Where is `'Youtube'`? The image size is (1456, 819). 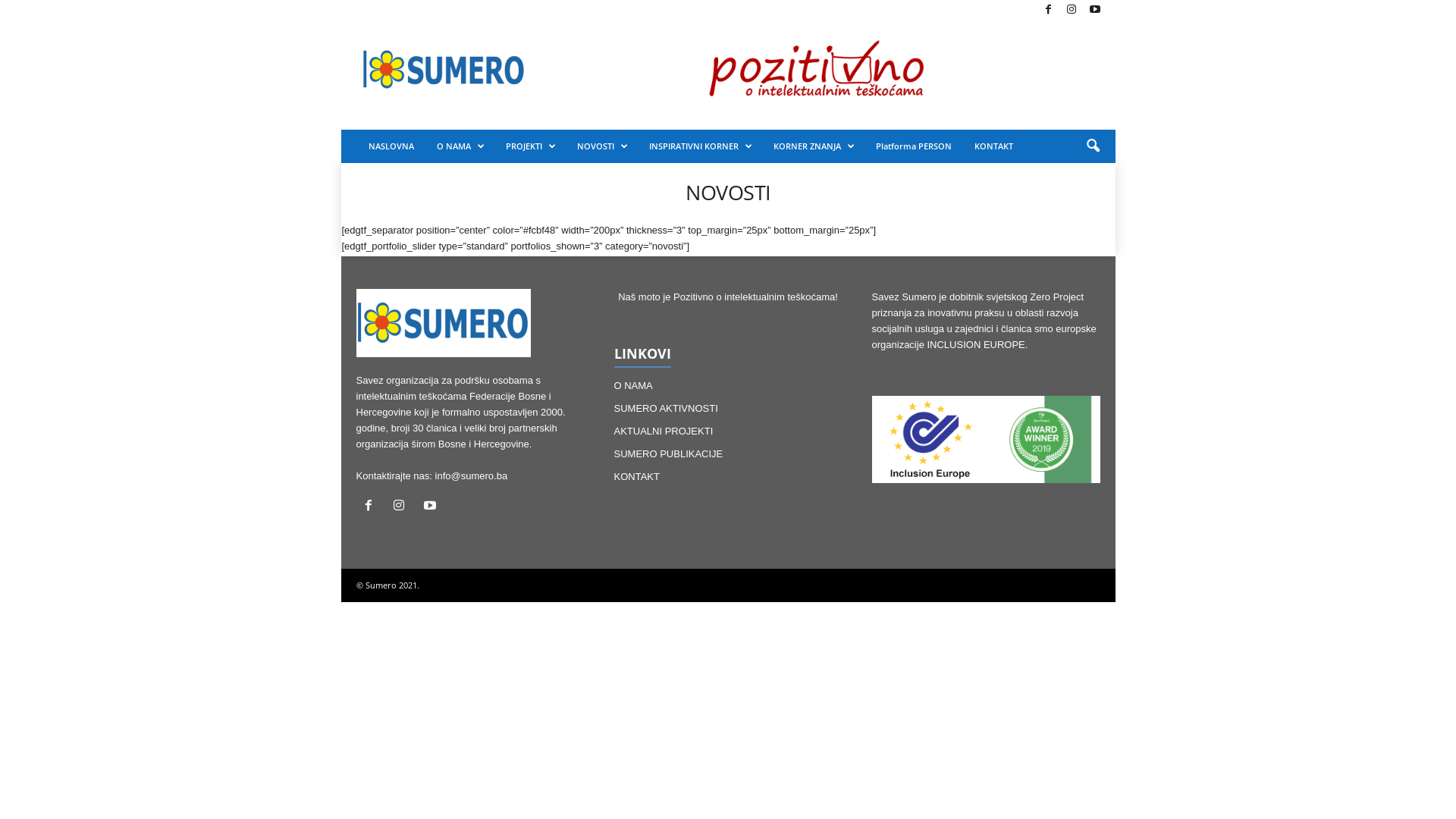 'Youtube' is located at coordinates (431, 507).